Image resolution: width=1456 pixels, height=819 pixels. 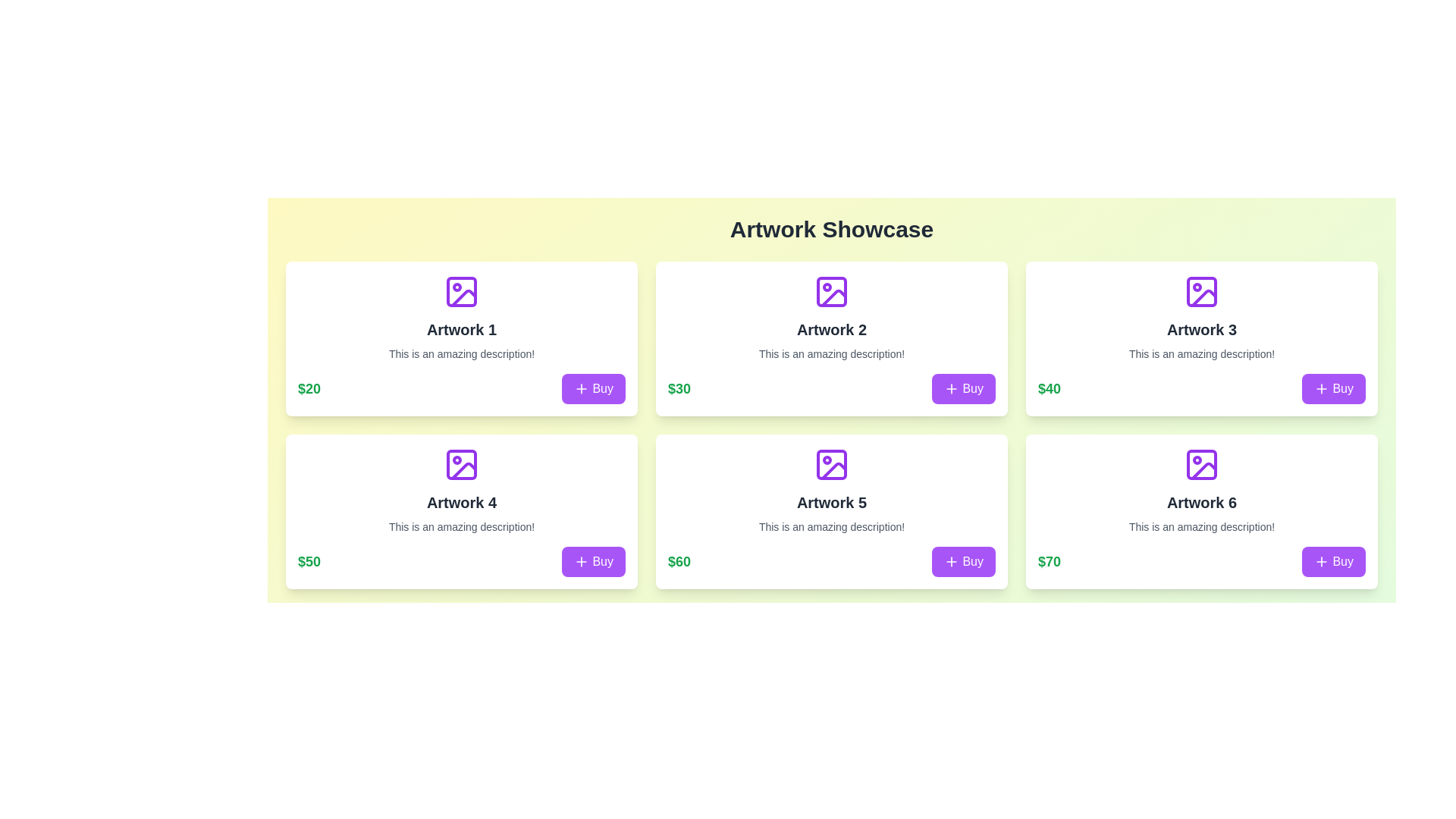 What do you see at coordinates (831, 353) in the screenshot?
I see `the informational Text Label located within the second card of the grid layout, positioned below the title 'Artwork 2' and above the price and 'Buy' button` at bounding box center [831, 353].